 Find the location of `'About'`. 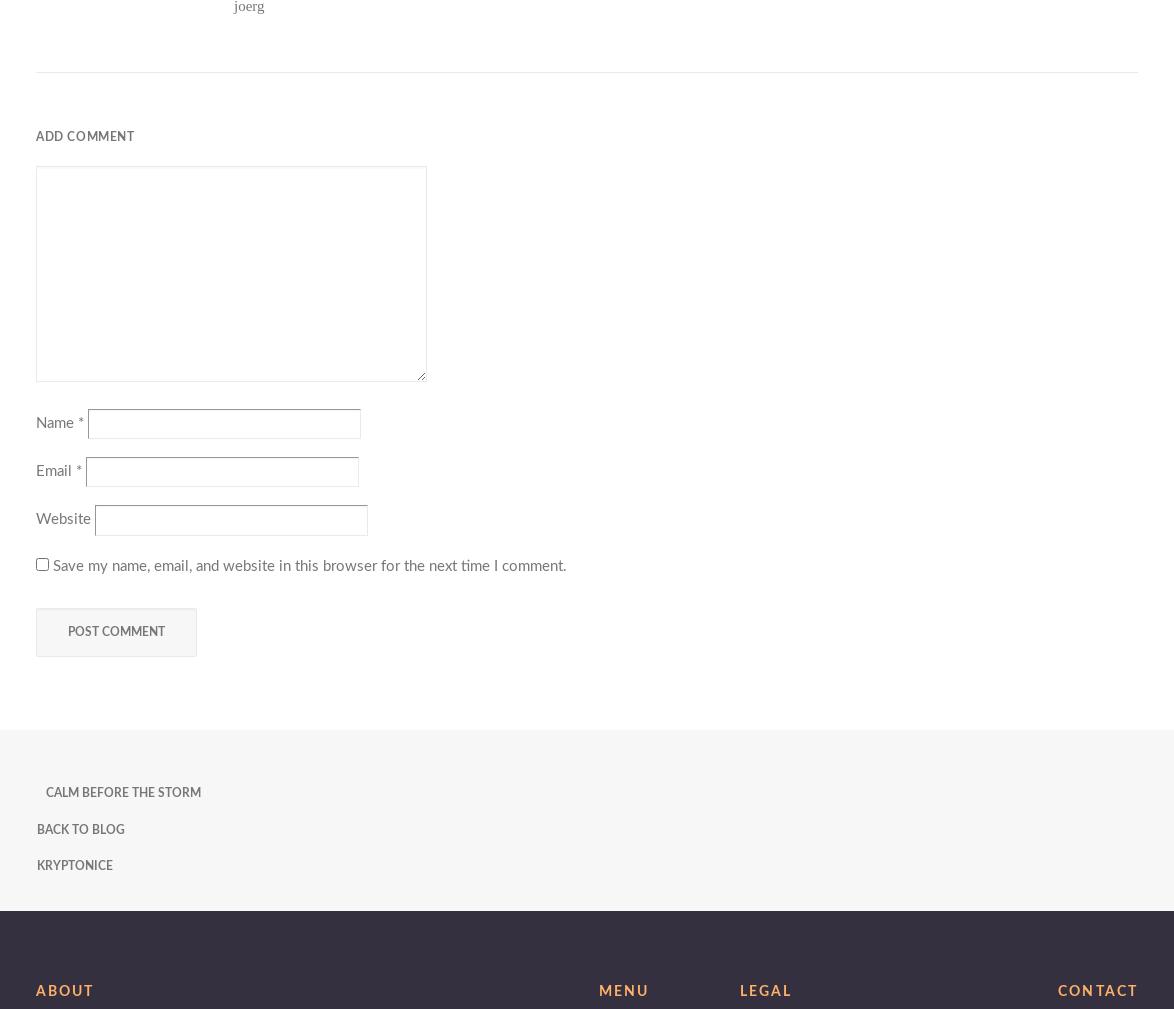

'About' is located at coordinates (65, 992).